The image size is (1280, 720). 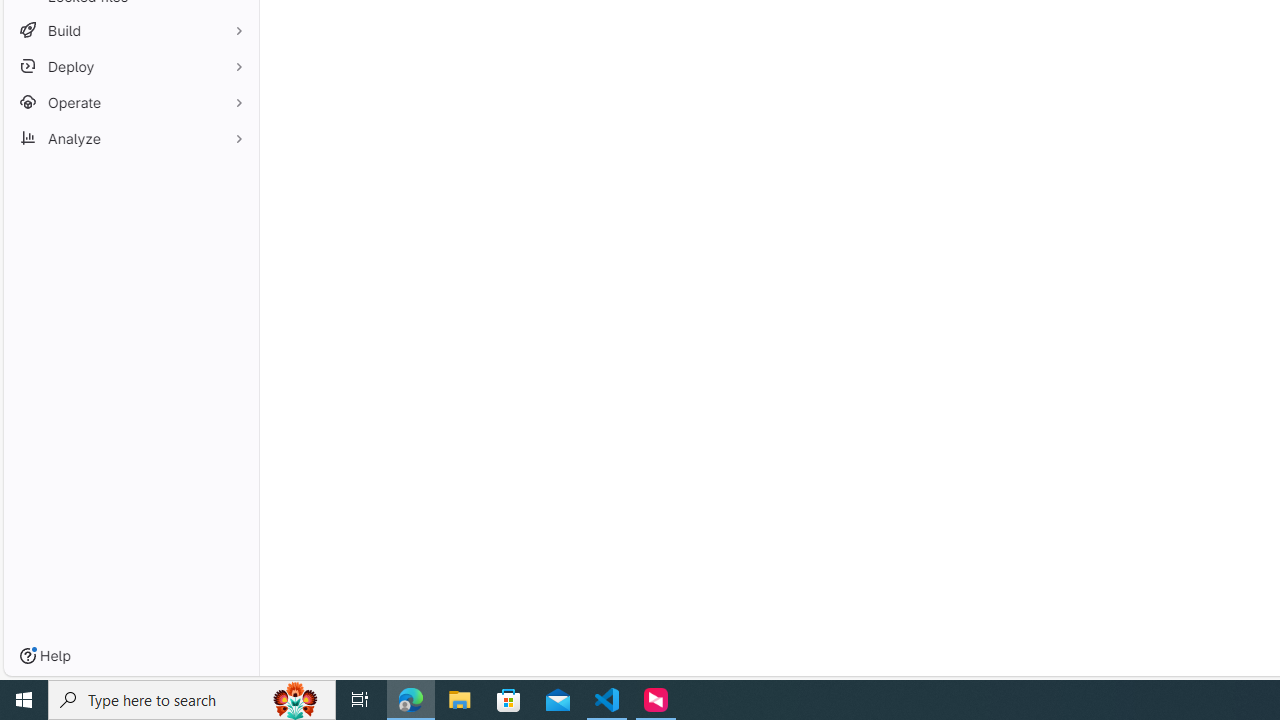 What do you see at coordinates (130, 30) in the screenshot?
I see `'Build'` at bounding box center [130, 30].